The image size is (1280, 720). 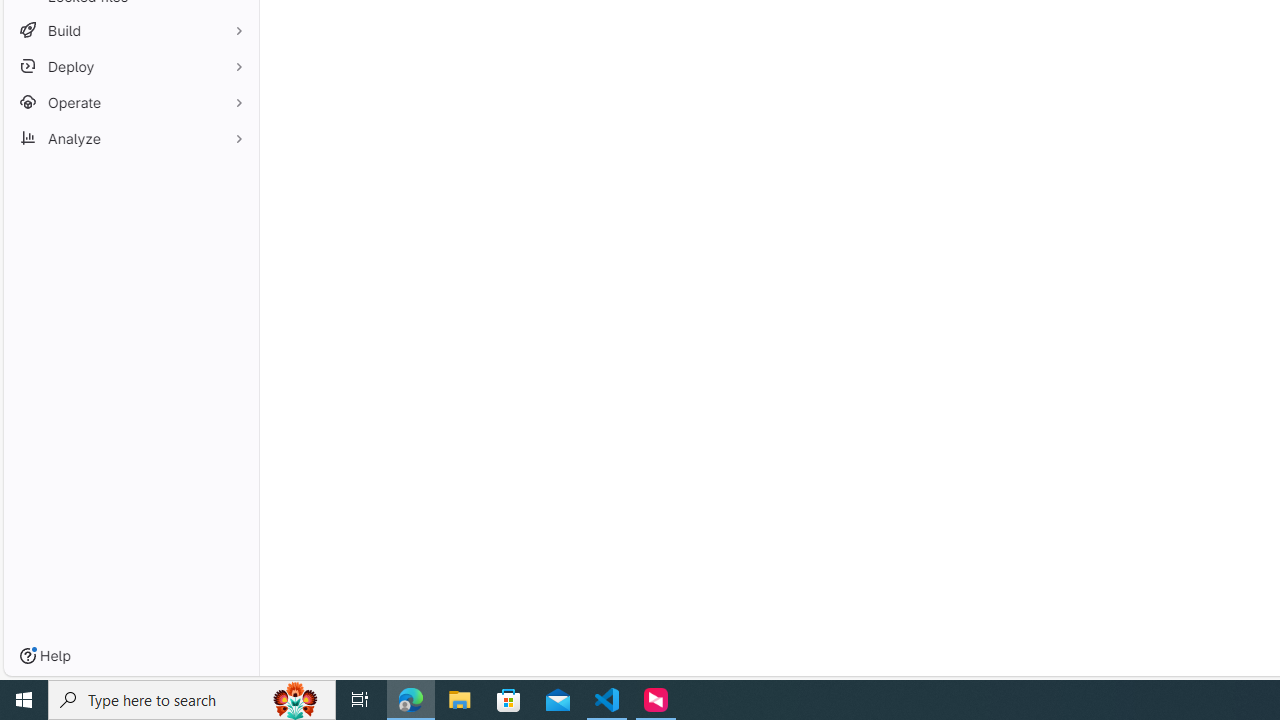 What do you see at coordinates (130, 30) in the screenshot?
I see `'Build'` at bounding box center [130, 30].